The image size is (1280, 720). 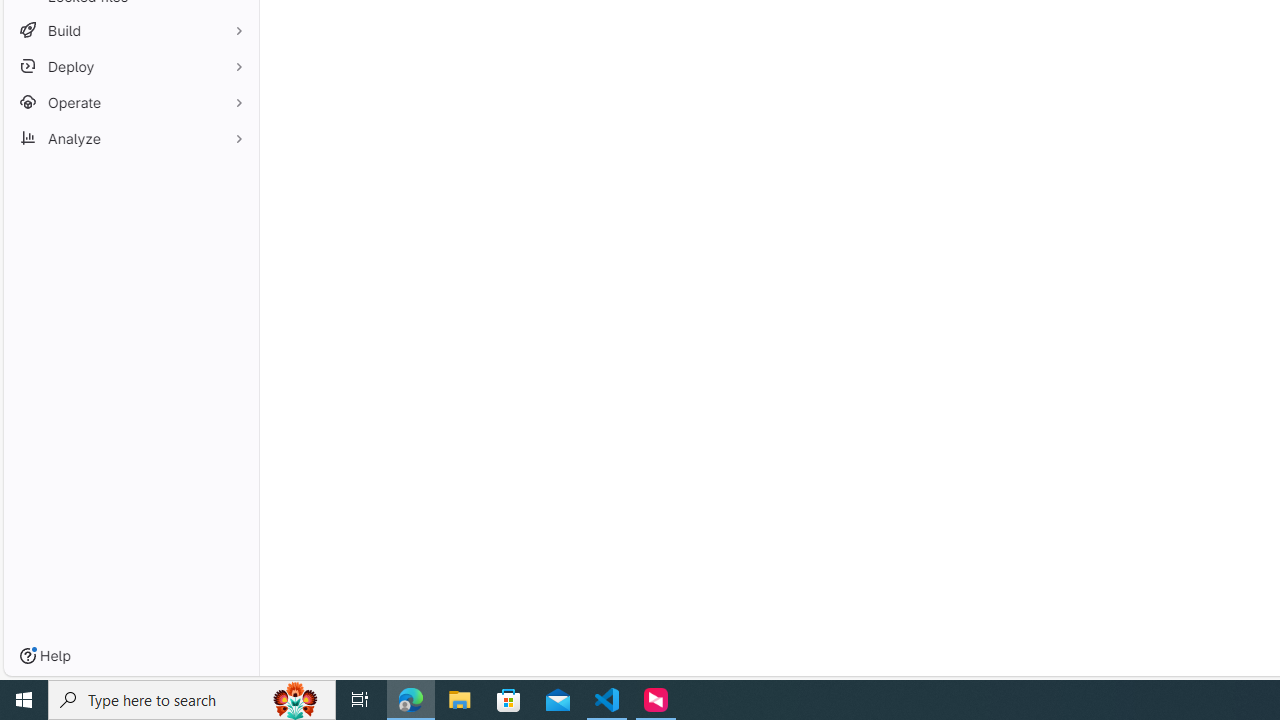 What do you see at coordinates (130, 30) in the screenshot?
I see `'Build'` at bounding box center [130, 30].